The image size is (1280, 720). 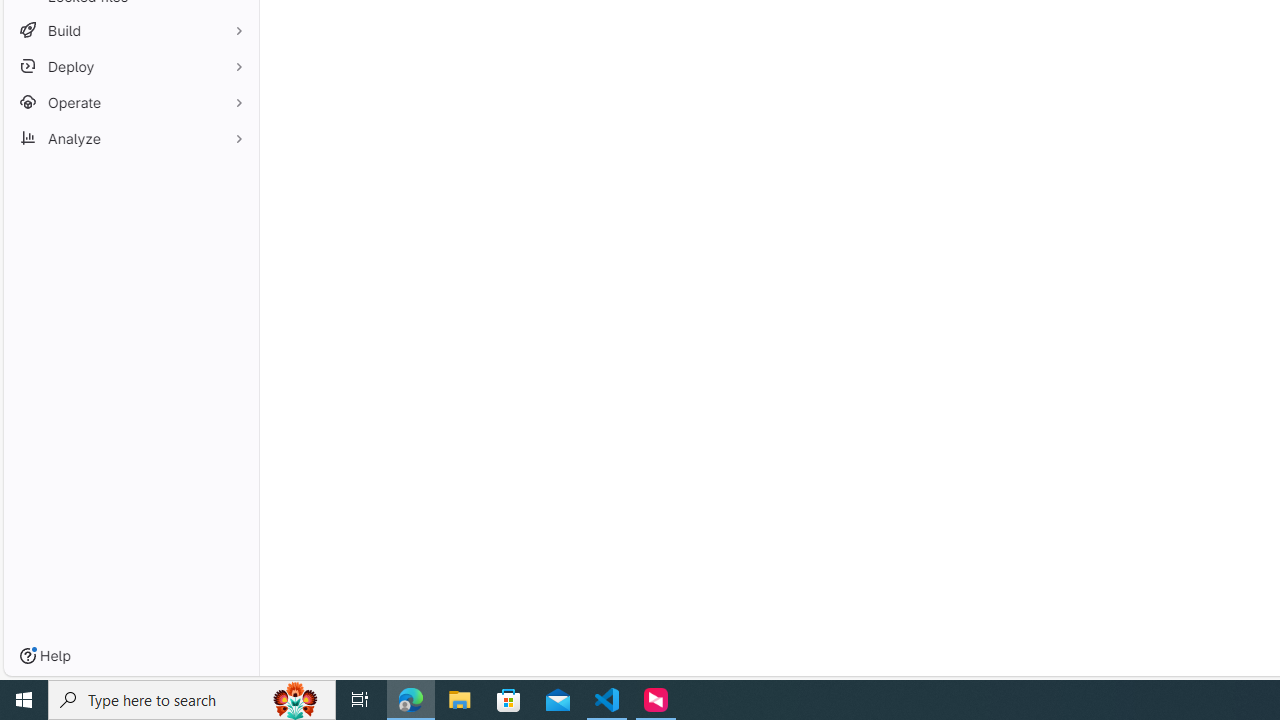 What do you see at coordinates (130, 30) in the screenshot?
I see `'Build'` at bounding box center [130, 30].